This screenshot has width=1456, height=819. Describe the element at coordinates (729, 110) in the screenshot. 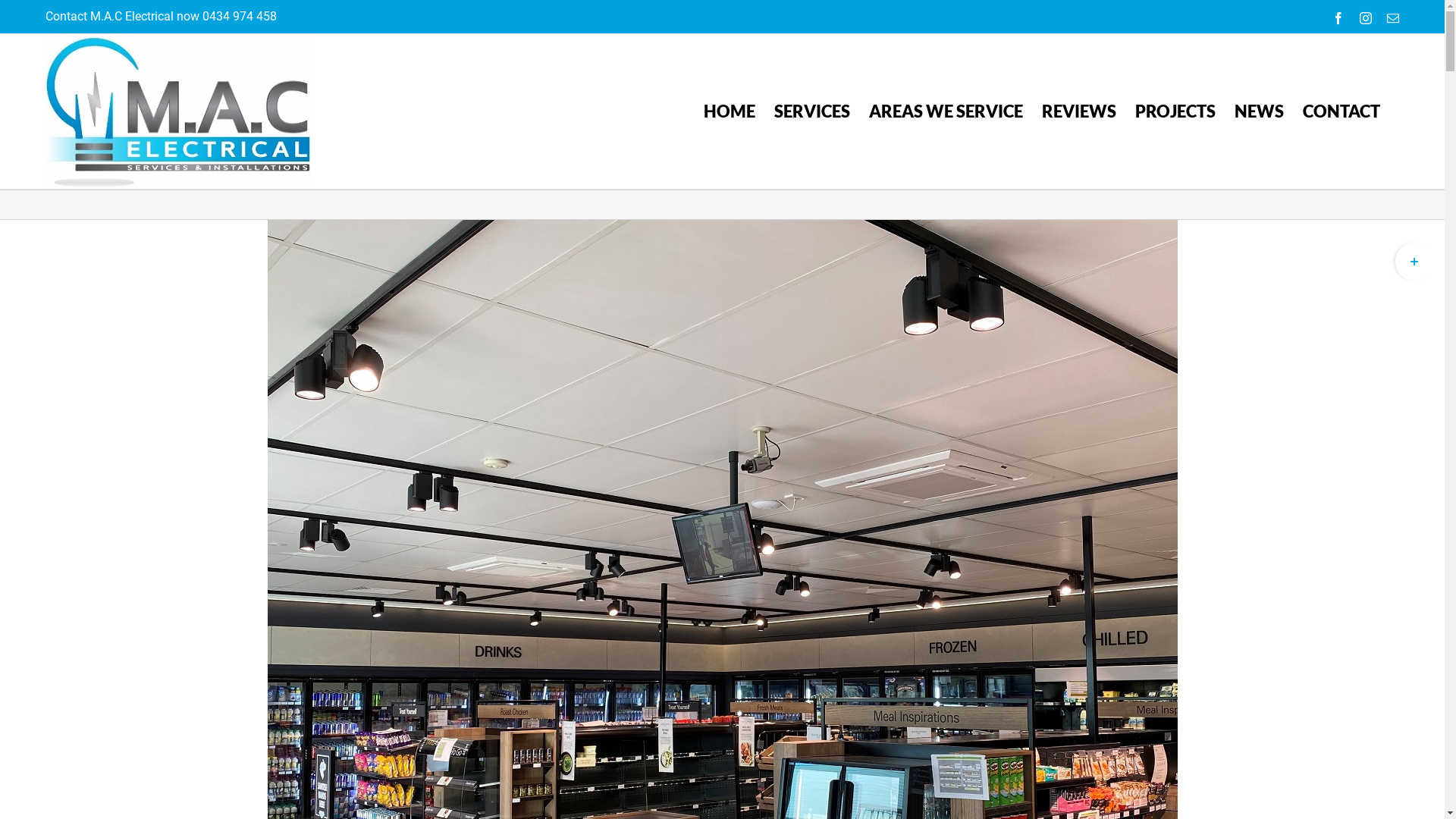

I see `'HOME'` at that location.